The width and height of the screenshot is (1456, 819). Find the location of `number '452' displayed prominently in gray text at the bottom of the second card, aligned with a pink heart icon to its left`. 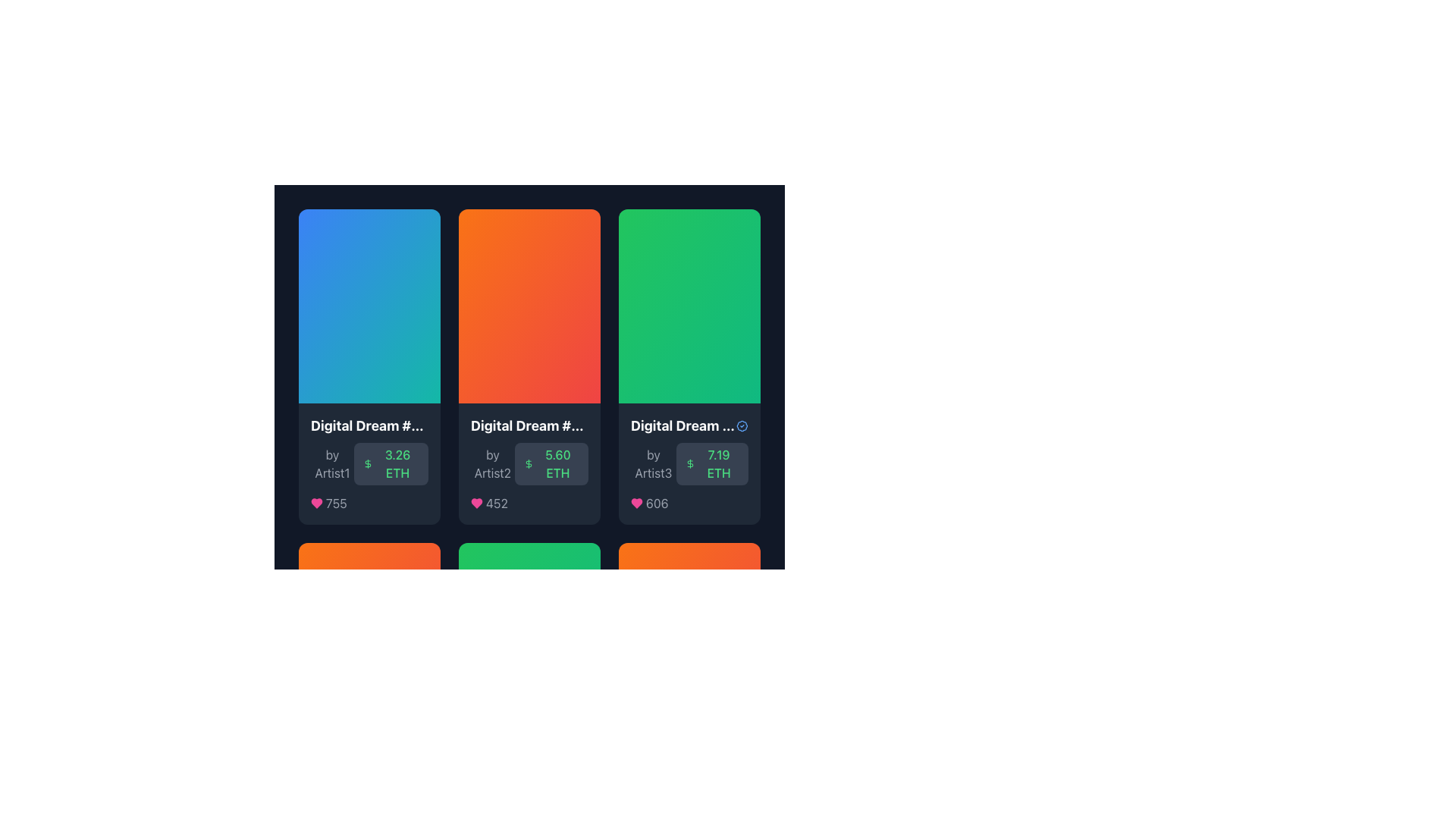

number '452' displayed prominently in gray text at the bottom of the second card, aligned with a pink heart icon to its left is located at coordinates (497, 503).